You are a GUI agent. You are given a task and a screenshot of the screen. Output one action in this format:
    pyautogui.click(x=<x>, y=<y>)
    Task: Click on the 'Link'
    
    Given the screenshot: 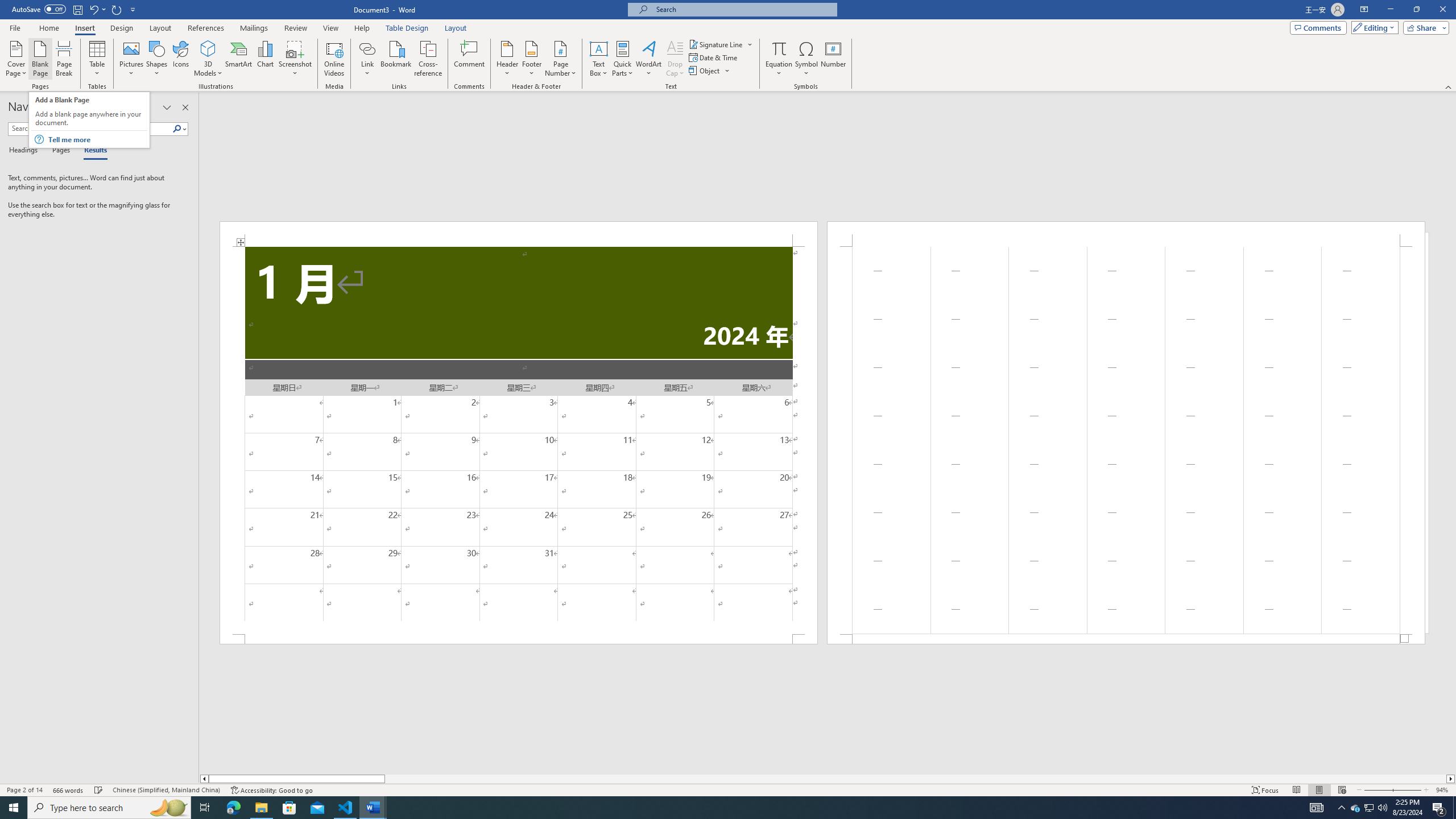 What is the action you would take?
    pyautogui.click(x=367, y=59)
    